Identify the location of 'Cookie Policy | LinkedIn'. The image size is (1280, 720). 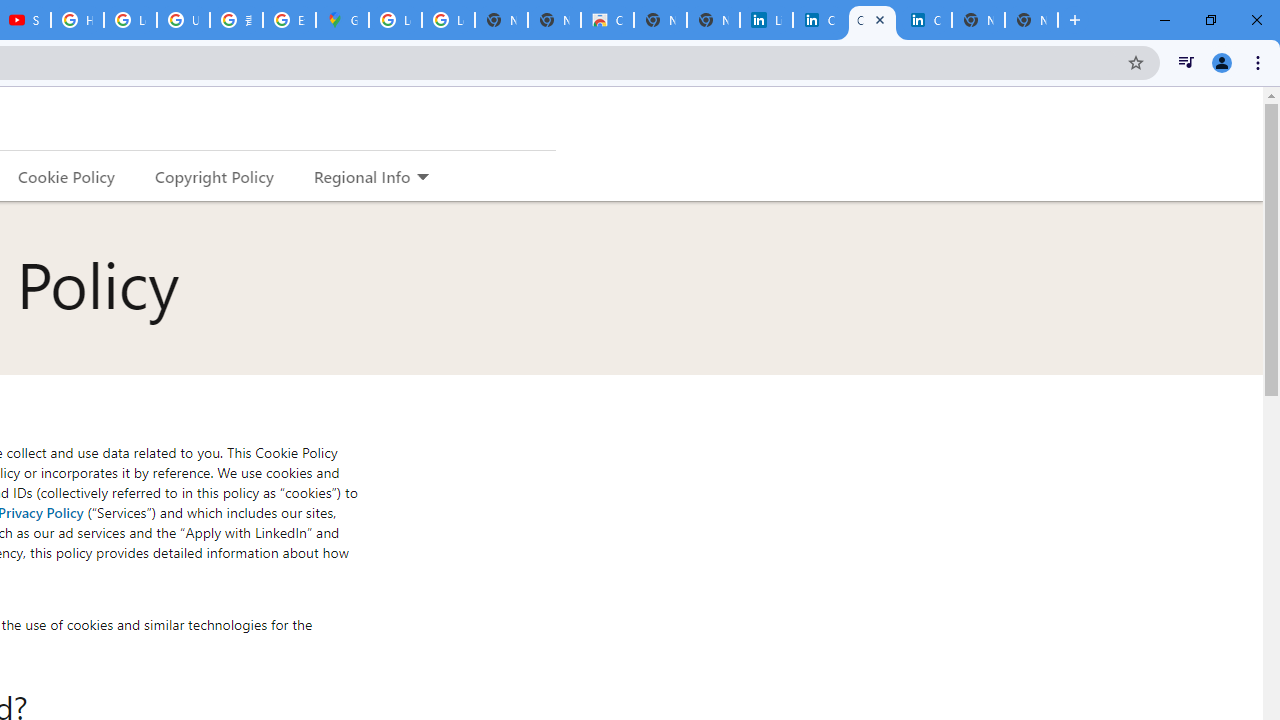
(819, 20).